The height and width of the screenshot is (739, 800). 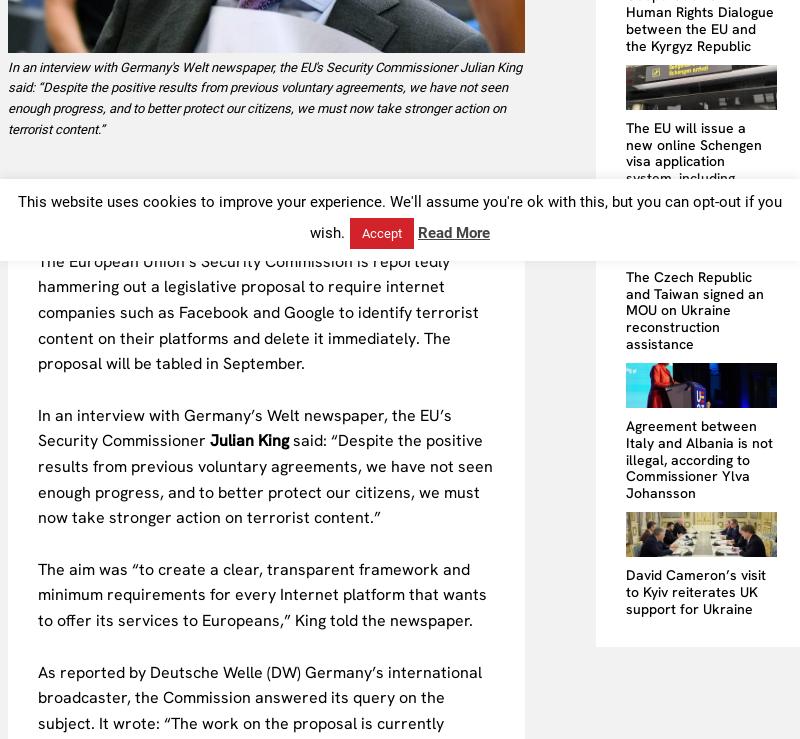 What do you see at coordinates (261, 594) in the screenshot?
I see `'The aim was “to create a clear, transparent framework and minimum requirements for every Internet platform that wants to offer its services to Europeans,” King told the newspaper.'` at bounding box center [261, 594].